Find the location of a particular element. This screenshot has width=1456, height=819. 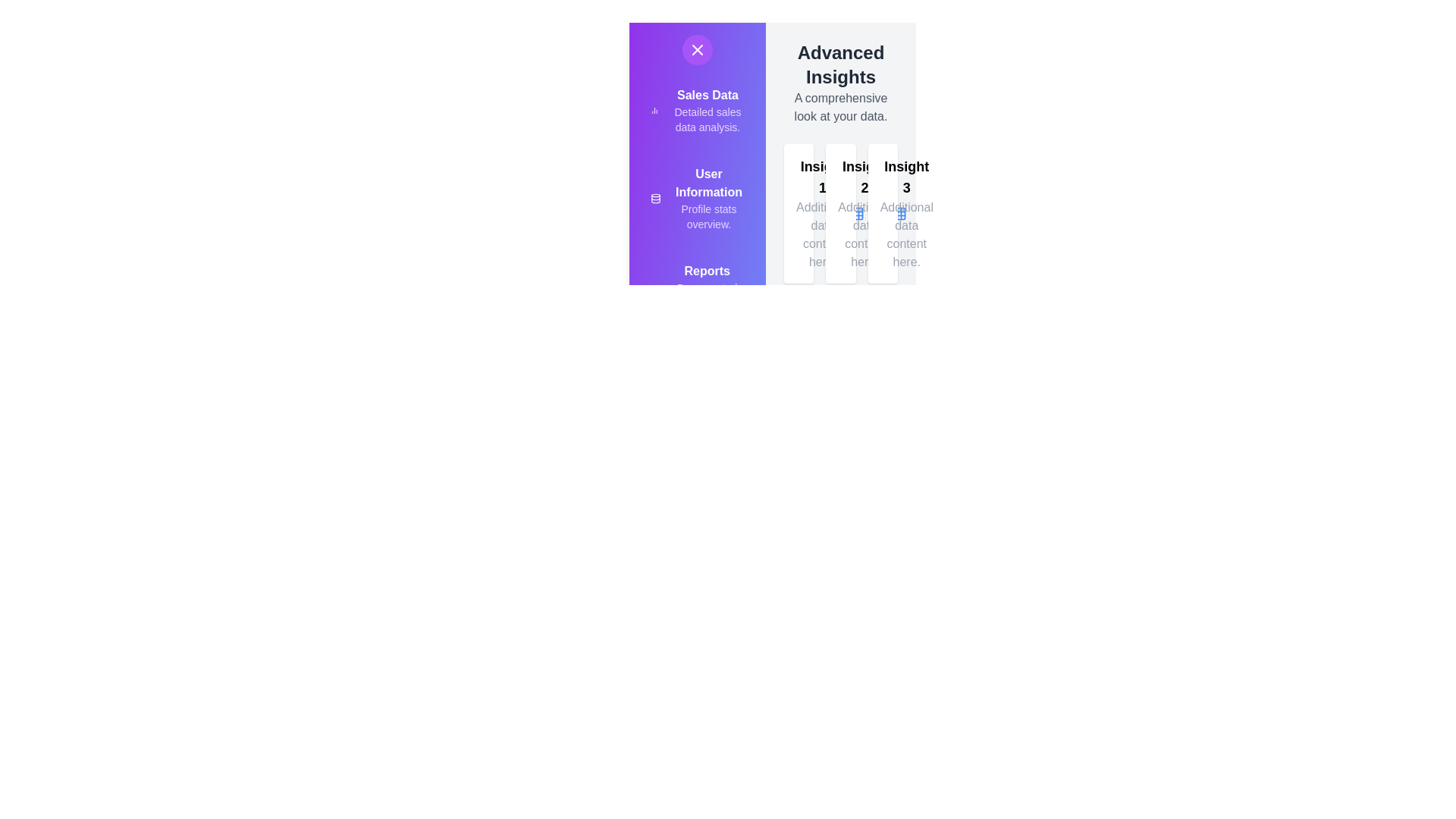

the menu item Reports to observe the visual effect is located at coordinates (644, 265).